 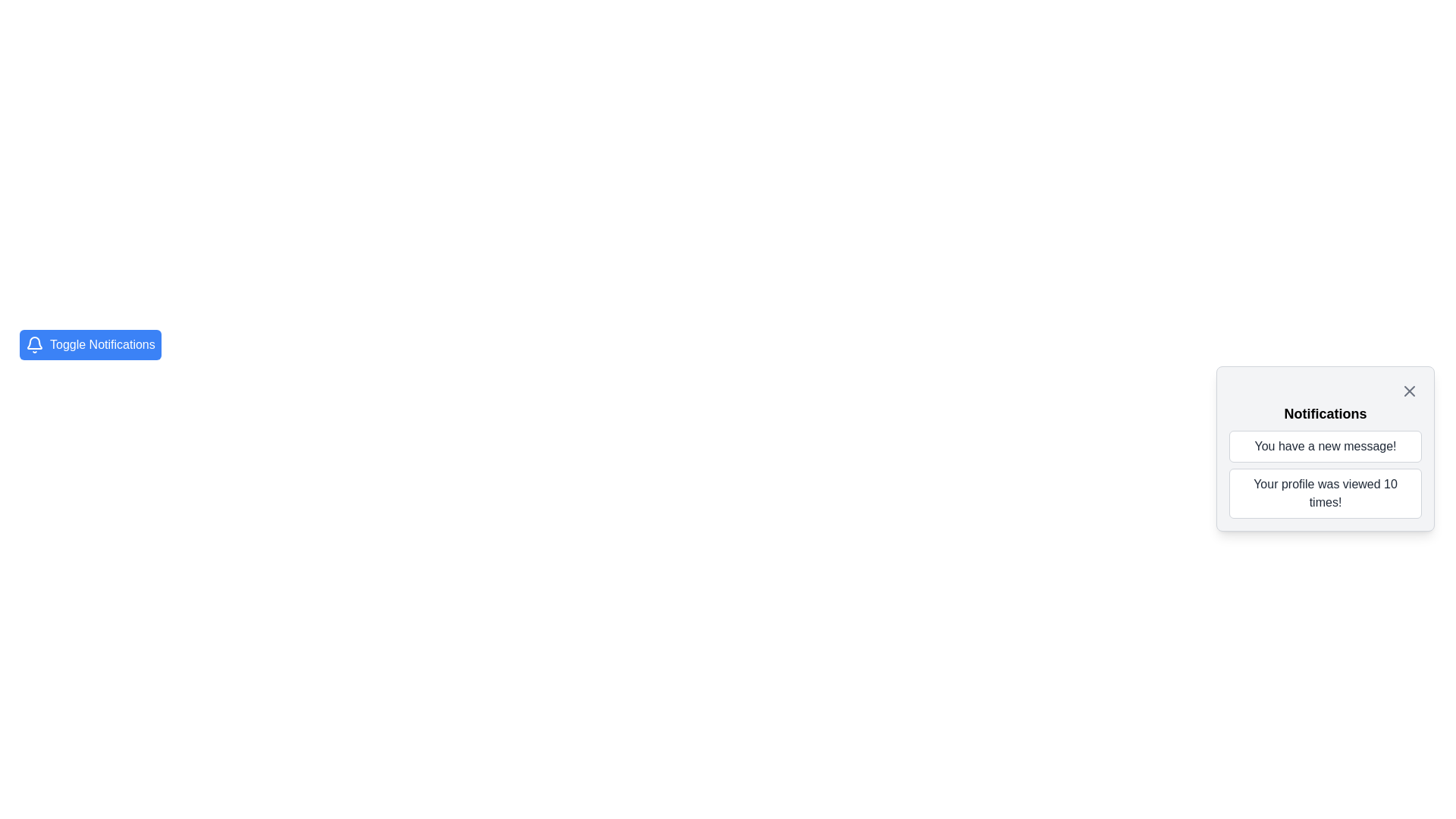 What do you see at coordinates (1408, 391) in the screenshot?
I see `the 'X' icon button located at the top-right corner of the notification dialog box` at bounding box center [1408, 391].